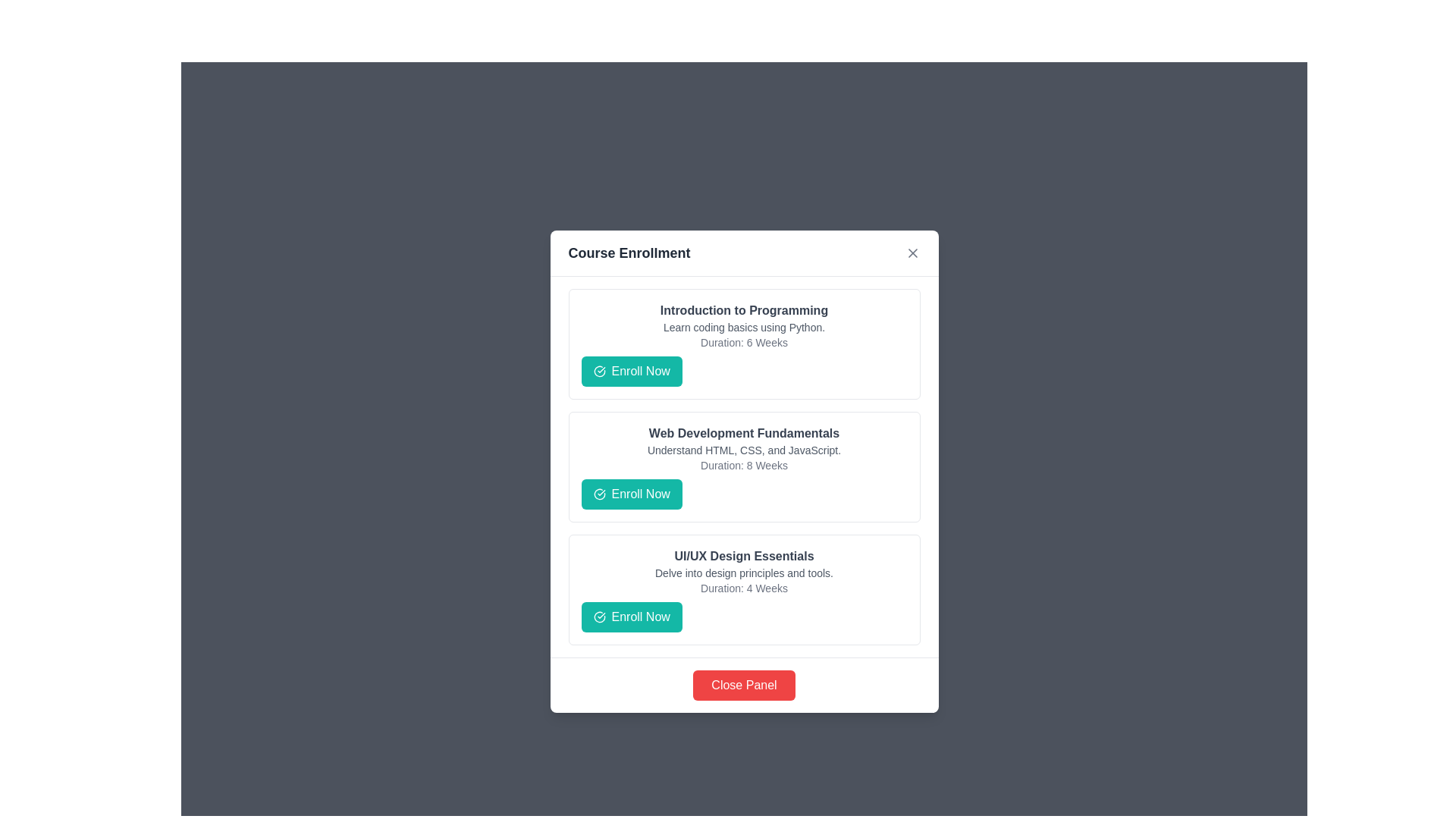  What do you see at coordinates (632, 494) in the screenshot?
I see `the 'Enroll Now' button, which is a teal rectangular button with white text and a checkmark icon, located in the bottom section of the course panel for 'Web Development Fundamentals'` at bounding box center [632, 494].